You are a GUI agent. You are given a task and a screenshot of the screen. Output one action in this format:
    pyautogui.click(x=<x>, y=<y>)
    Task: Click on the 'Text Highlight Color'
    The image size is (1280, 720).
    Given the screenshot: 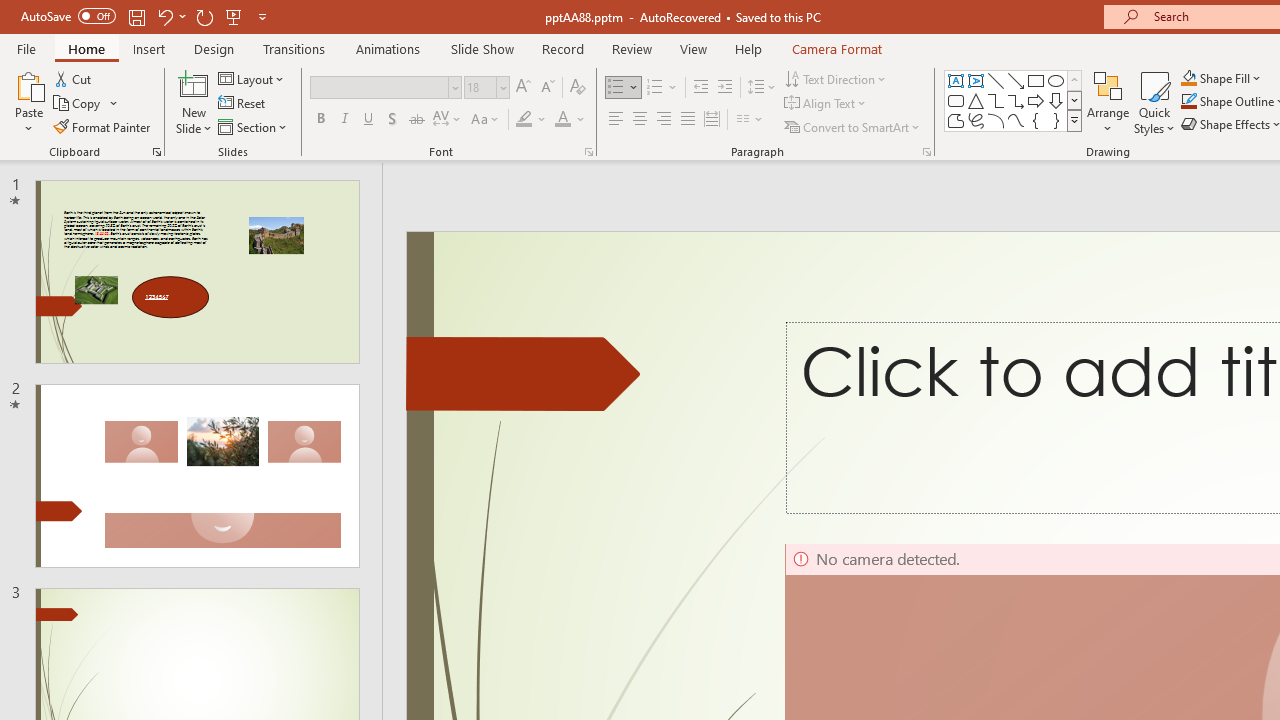 What is the action you would take?
    pyautogui.click(x=531, y=119)
    